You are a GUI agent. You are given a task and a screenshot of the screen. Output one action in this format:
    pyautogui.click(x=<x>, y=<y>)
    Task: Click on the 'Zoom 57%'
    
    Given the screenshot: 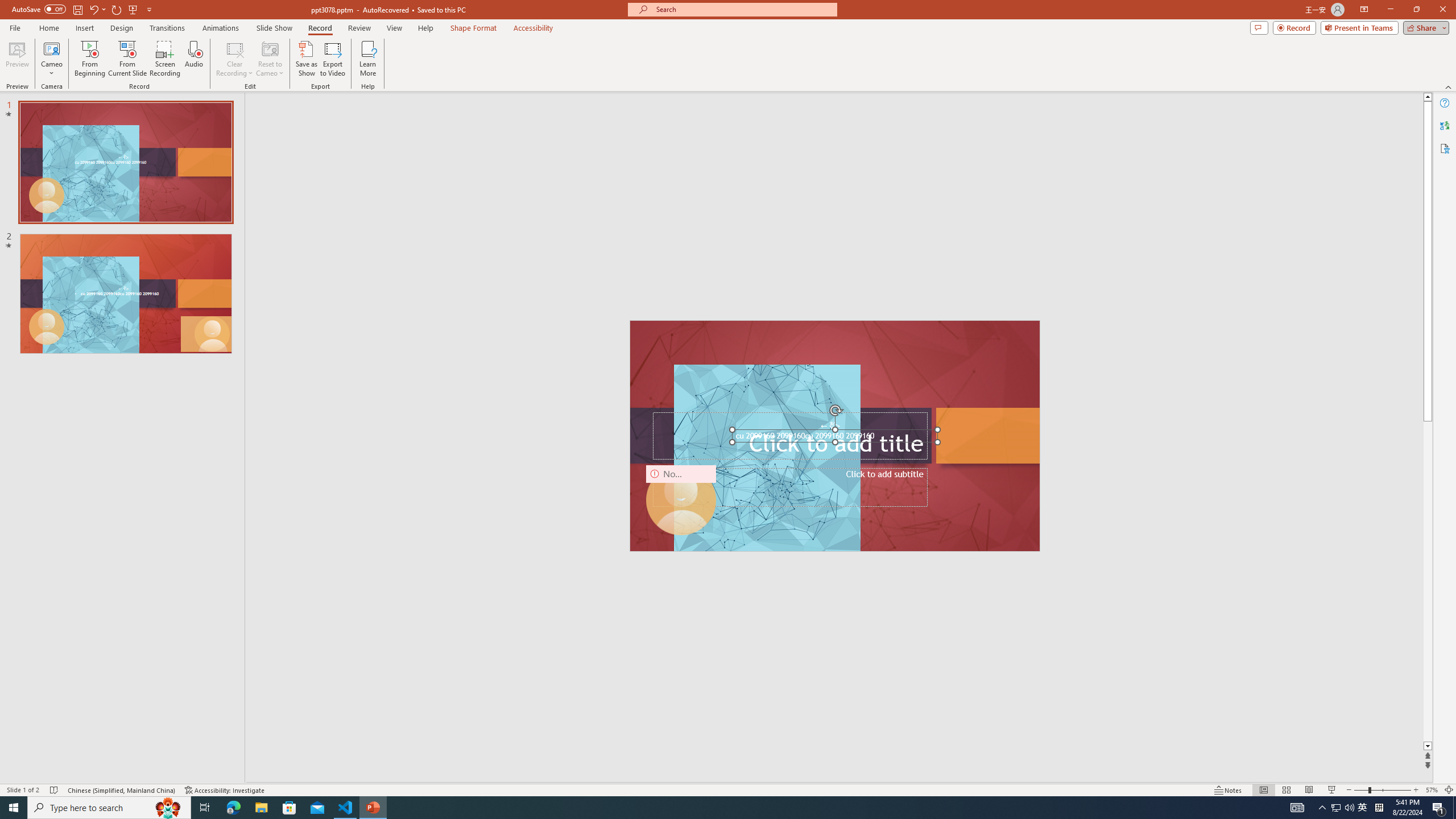 What is the action you would take?
    pyautogui.click(x=1431, y=790)
    